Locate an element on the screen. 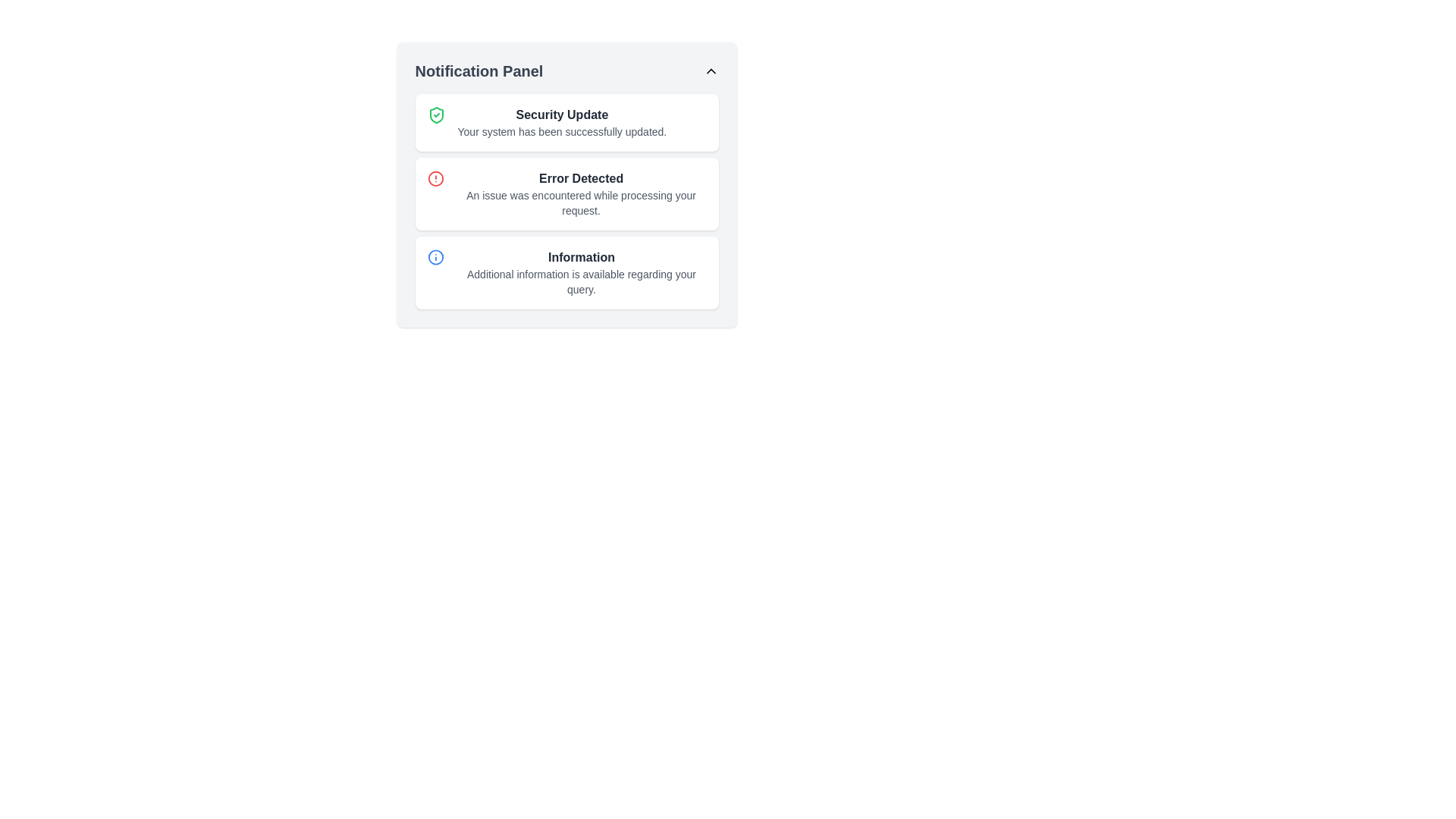 The width and height of the screenshot is (1456, 819). the informational block or notification card conveying a message about a successful system security update, located in the notification panel just below the panel title 'Notification Panel' is located at coordinates (561, 122).